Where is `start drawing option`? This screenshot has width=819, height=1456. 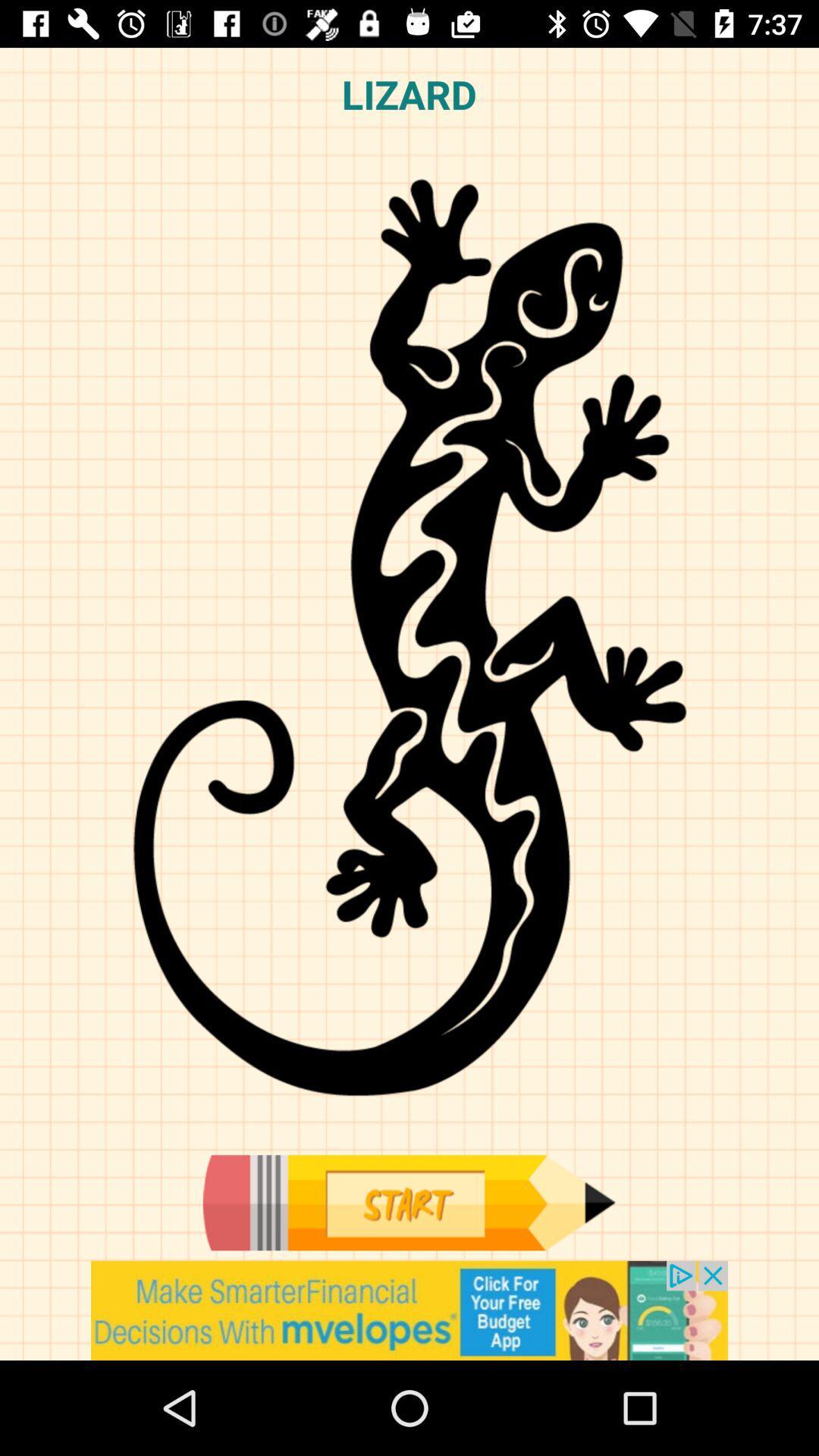 start drawing option is located at coordinates (408, 1202).